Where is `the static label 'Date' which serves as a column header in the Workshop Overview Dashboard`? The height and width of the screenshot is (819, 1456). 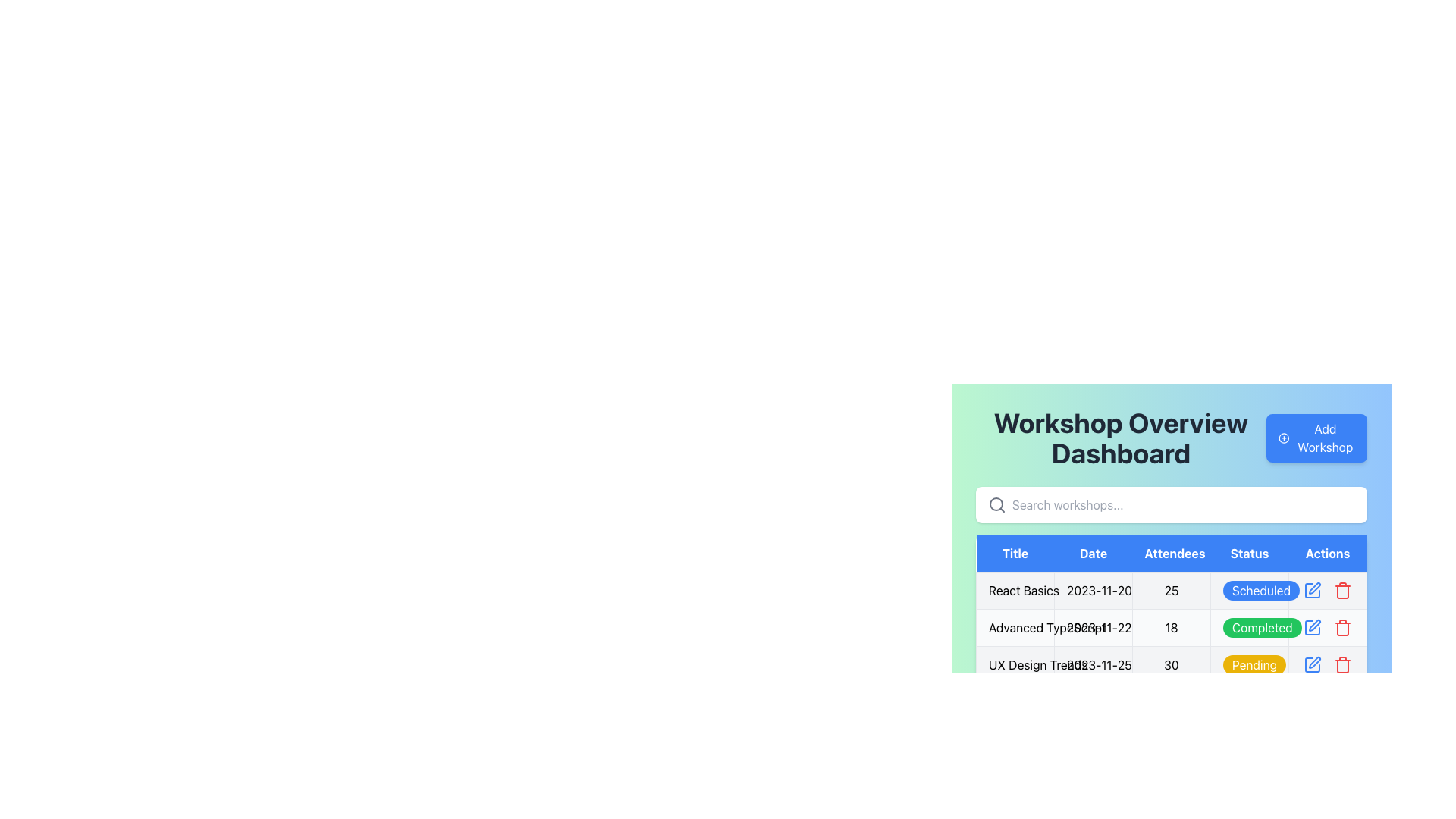 the static label 'Date' which serves as a column header in the Workshop Overview Dashboard is located at coordinates (1093, 553).